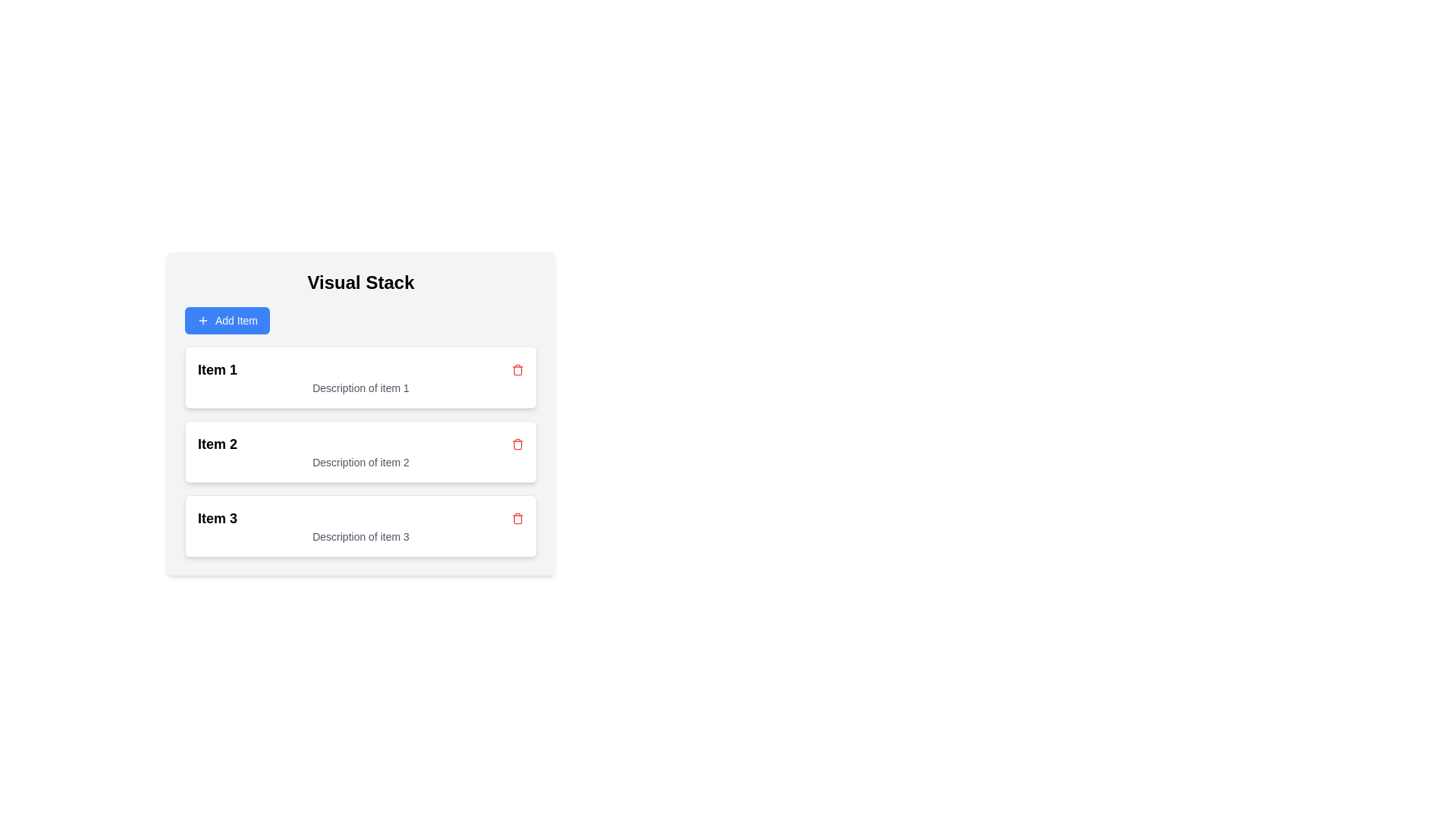 The width and height of the screenshot is (1456, 819). I want to click on the SVG icon featuring a plus sign, which is located within the blue 'Add Item' button at the top-left of the interface, directly to the left of the button's text, so click(202, 320).